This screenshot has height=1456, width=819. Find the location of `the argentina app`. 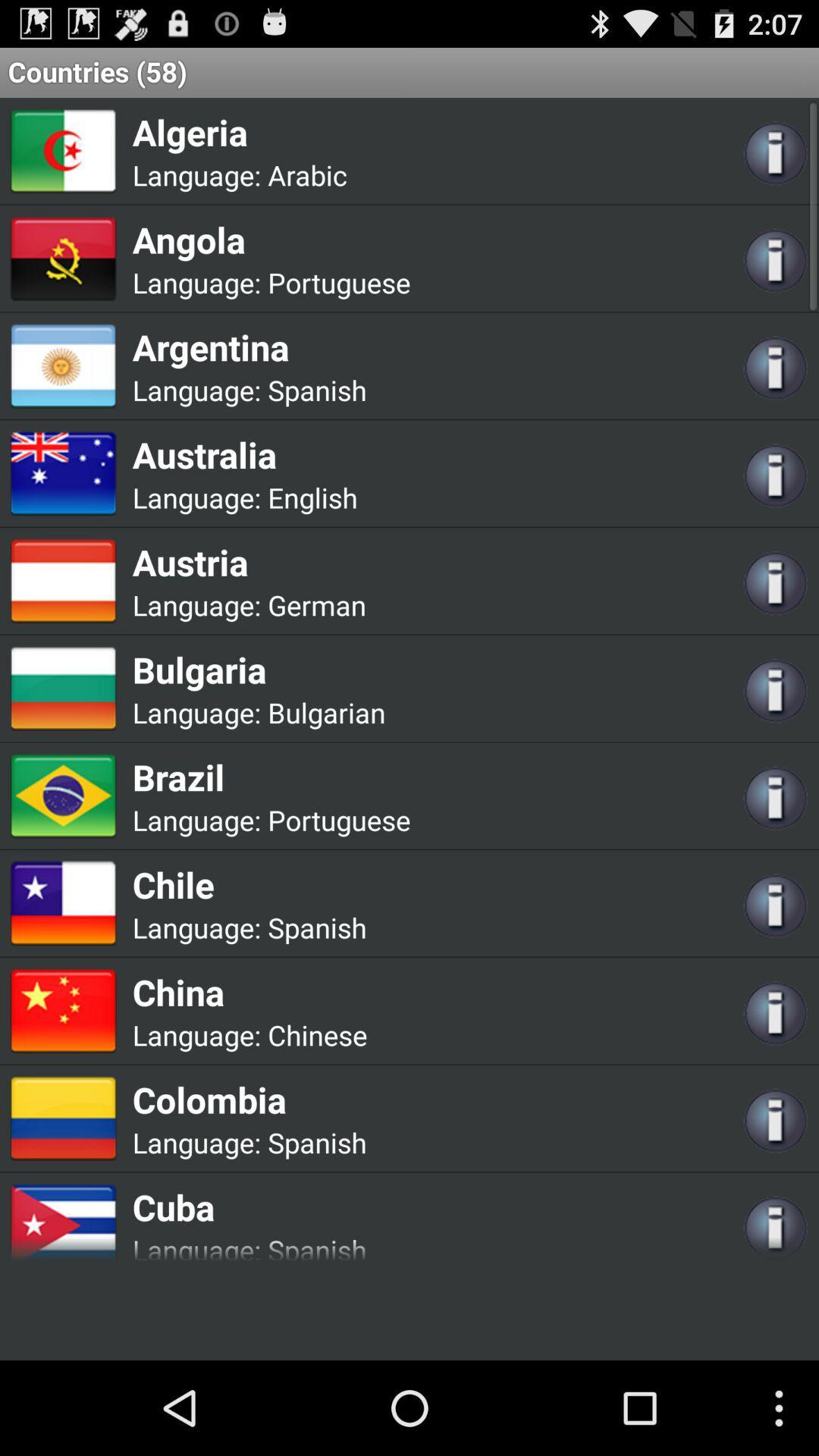

the argentina app is located at coordinates (249, 346).